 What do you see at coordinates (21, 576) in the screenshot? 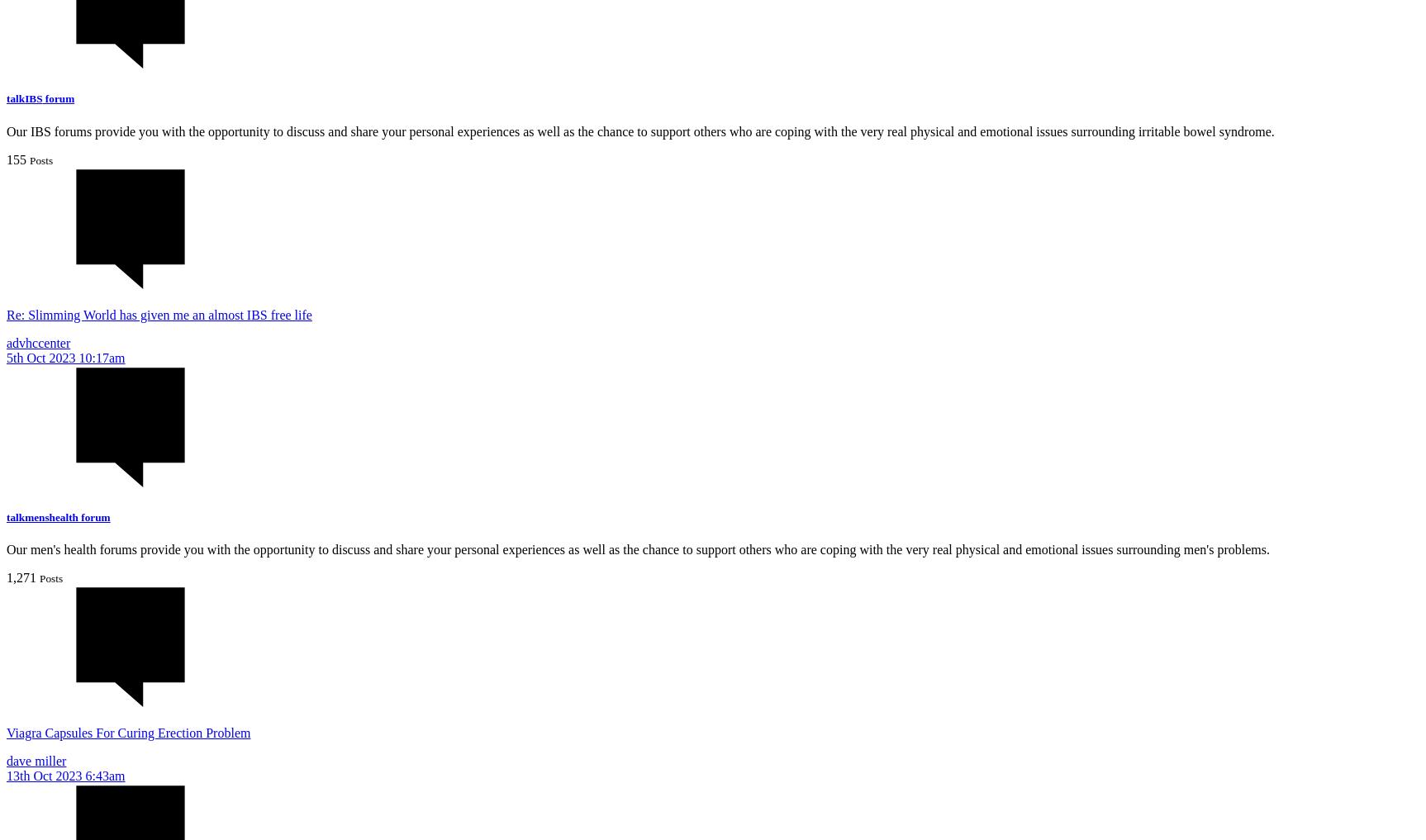
I see `'1,271'` at bounding box center [21, 576].